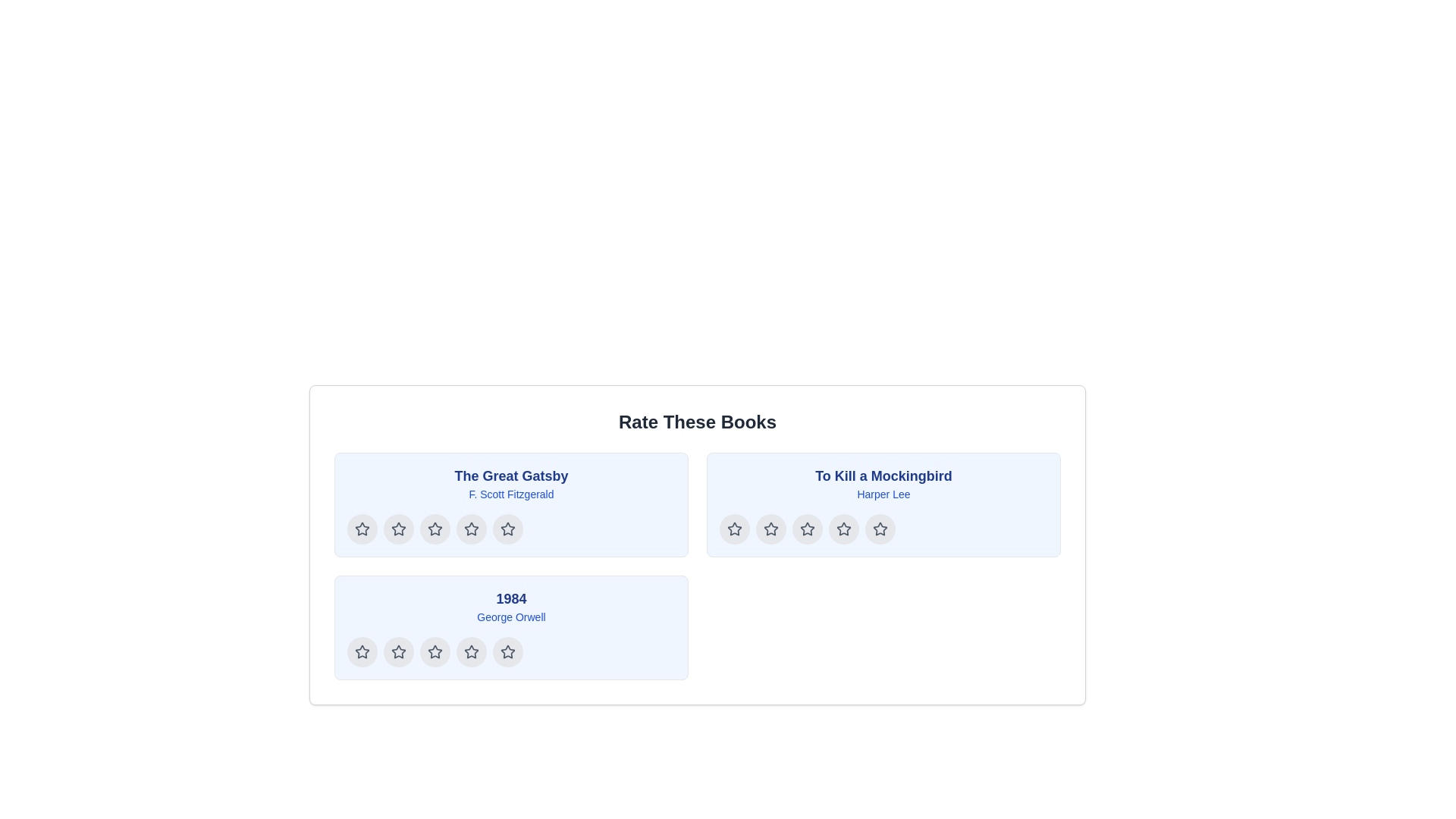 This screenshot has width=1456, height=819. Describe the element at coordinates (399, 651) in the screenshot. I see `the first star icon for rating, which is outlined in gray and located below the title '1984' and author 'George Orwell'` at that location.